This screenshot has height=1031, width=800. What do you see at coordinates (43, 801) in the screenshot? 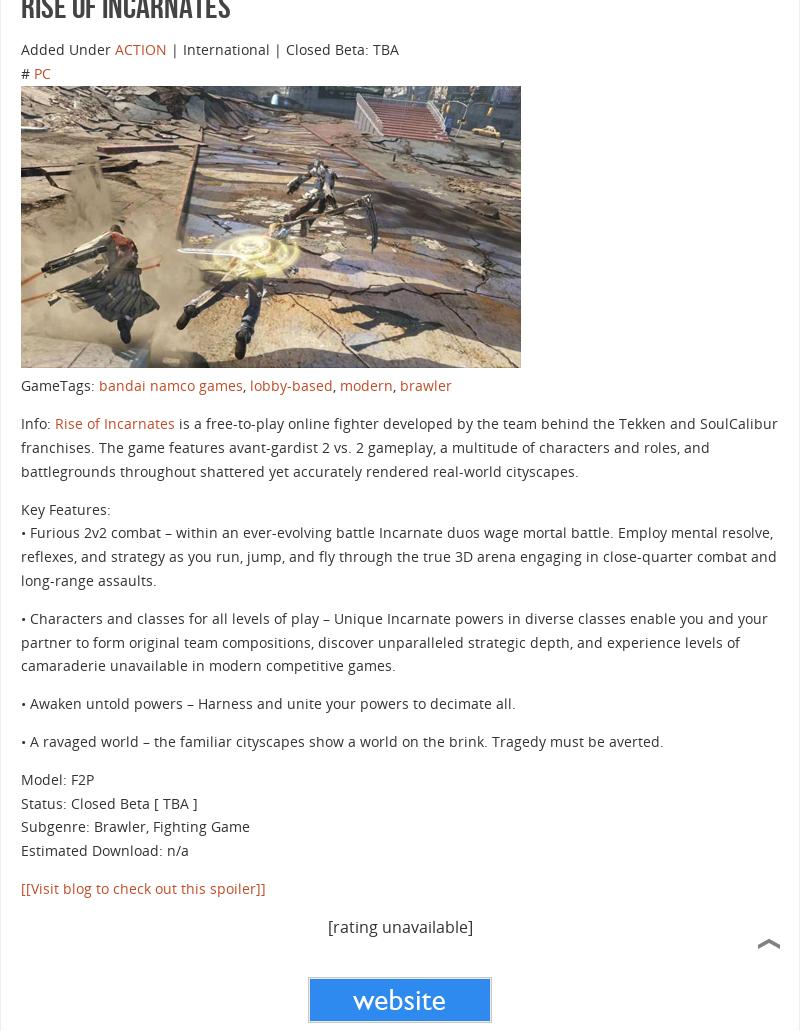
I see `'Status:'` at bounding box center [43, 801].